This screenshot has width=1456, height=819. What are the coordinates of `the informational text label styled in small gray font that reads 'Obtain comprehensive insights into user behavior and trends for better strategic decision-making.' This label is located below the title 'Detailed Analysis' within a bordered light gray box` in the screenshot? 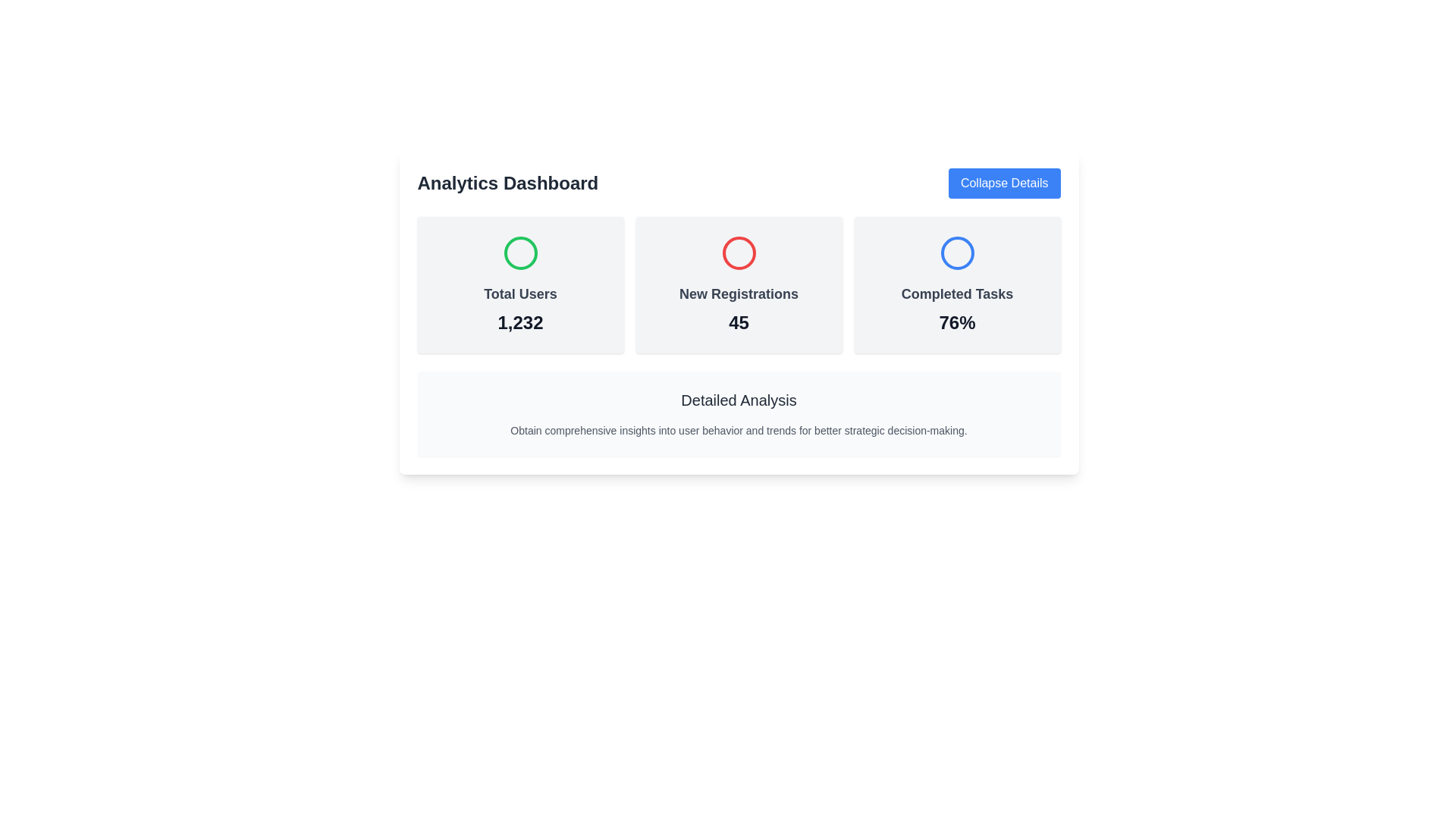 It's located at (739, 430).